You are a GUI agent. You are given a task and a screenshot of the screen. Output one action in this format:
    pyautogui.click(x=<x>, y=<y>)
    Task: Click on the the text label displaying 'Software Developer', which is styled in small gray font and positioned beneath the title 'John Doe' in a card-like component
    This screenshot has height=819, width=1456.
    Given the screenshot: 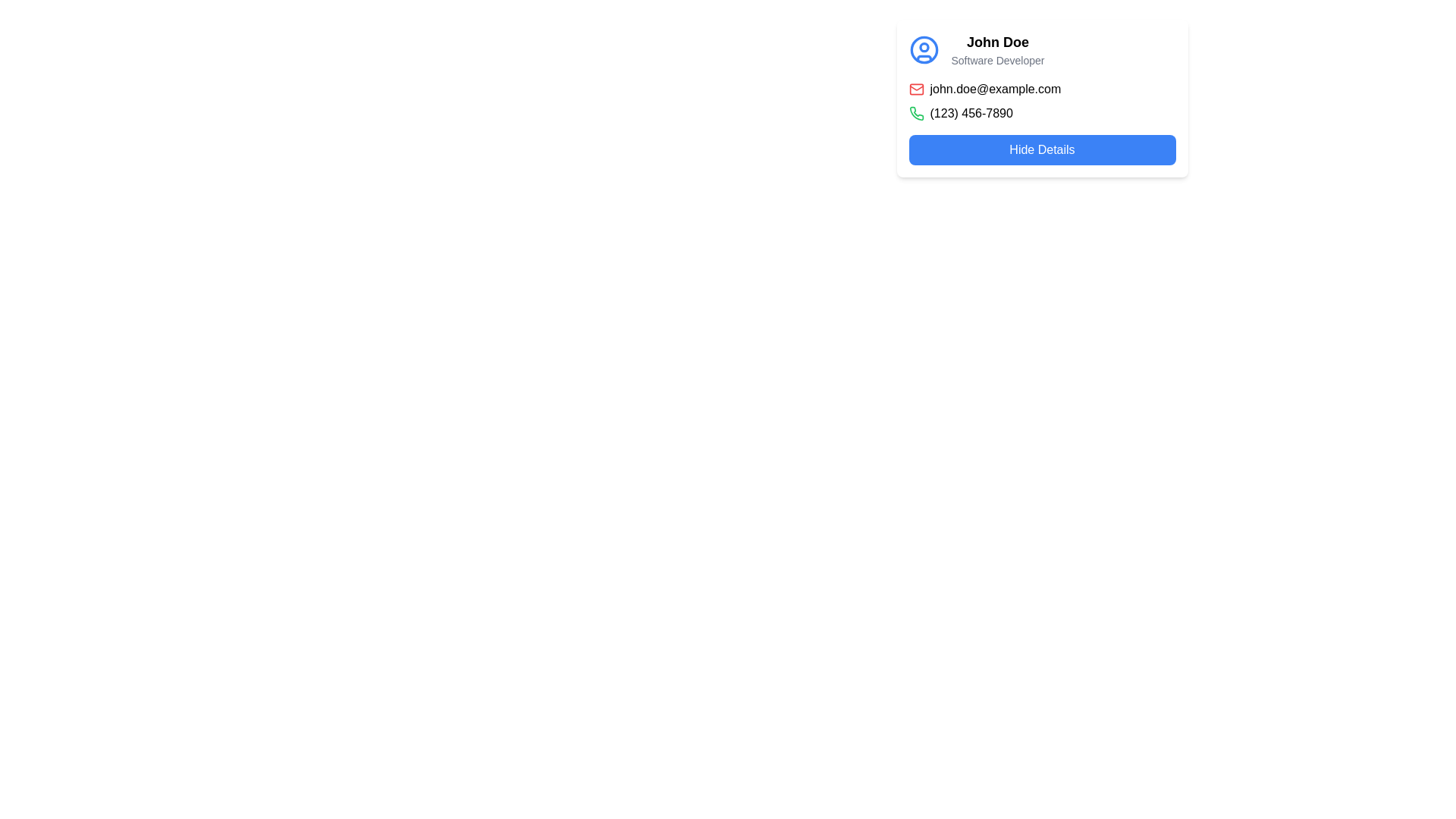 What is the action you would take?
    pyautogui.click(x=997, y=60)
    